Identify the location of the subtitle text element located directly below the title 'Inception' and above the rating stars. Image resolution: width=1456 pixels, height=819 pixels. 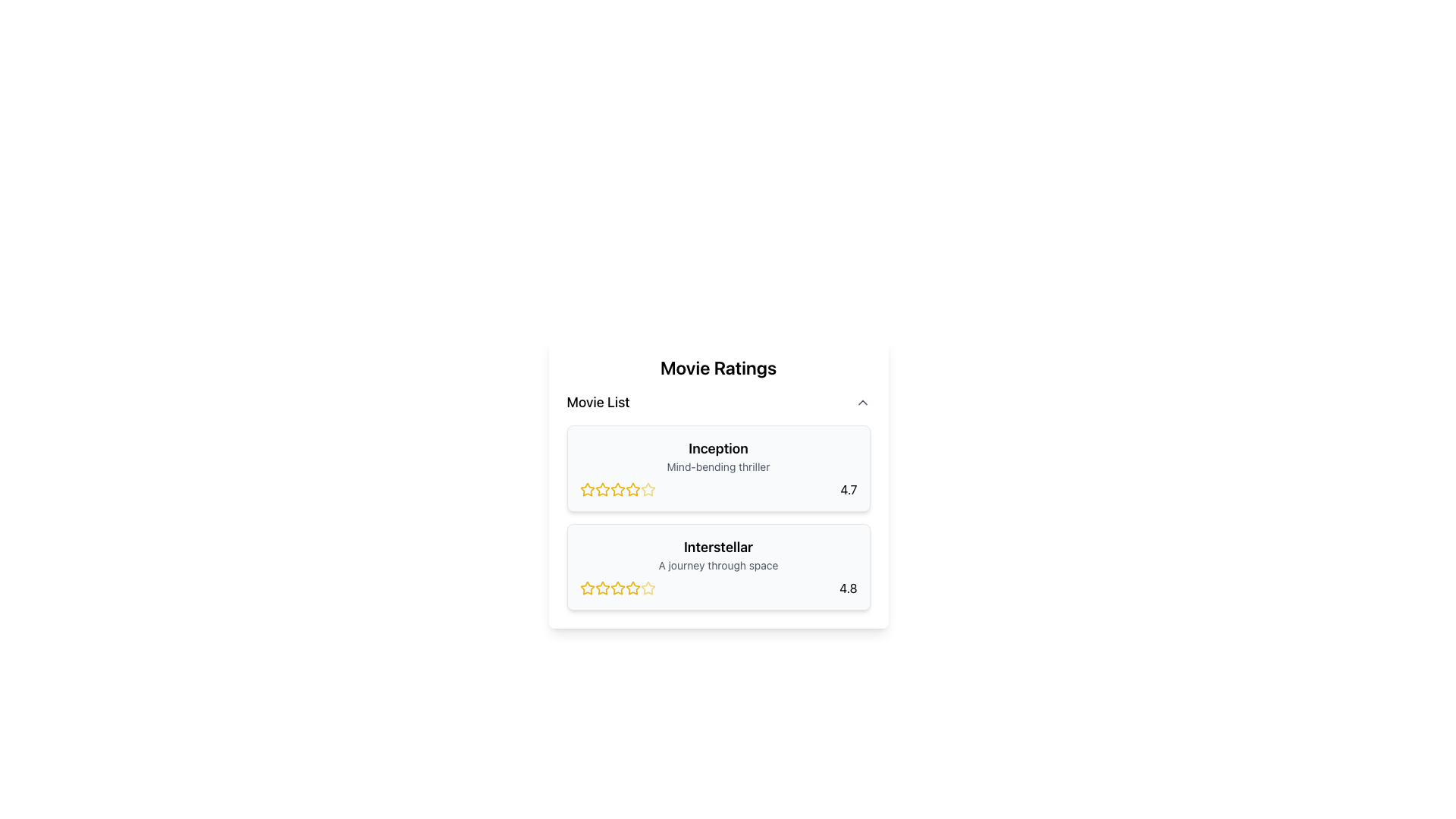
(717, 466).